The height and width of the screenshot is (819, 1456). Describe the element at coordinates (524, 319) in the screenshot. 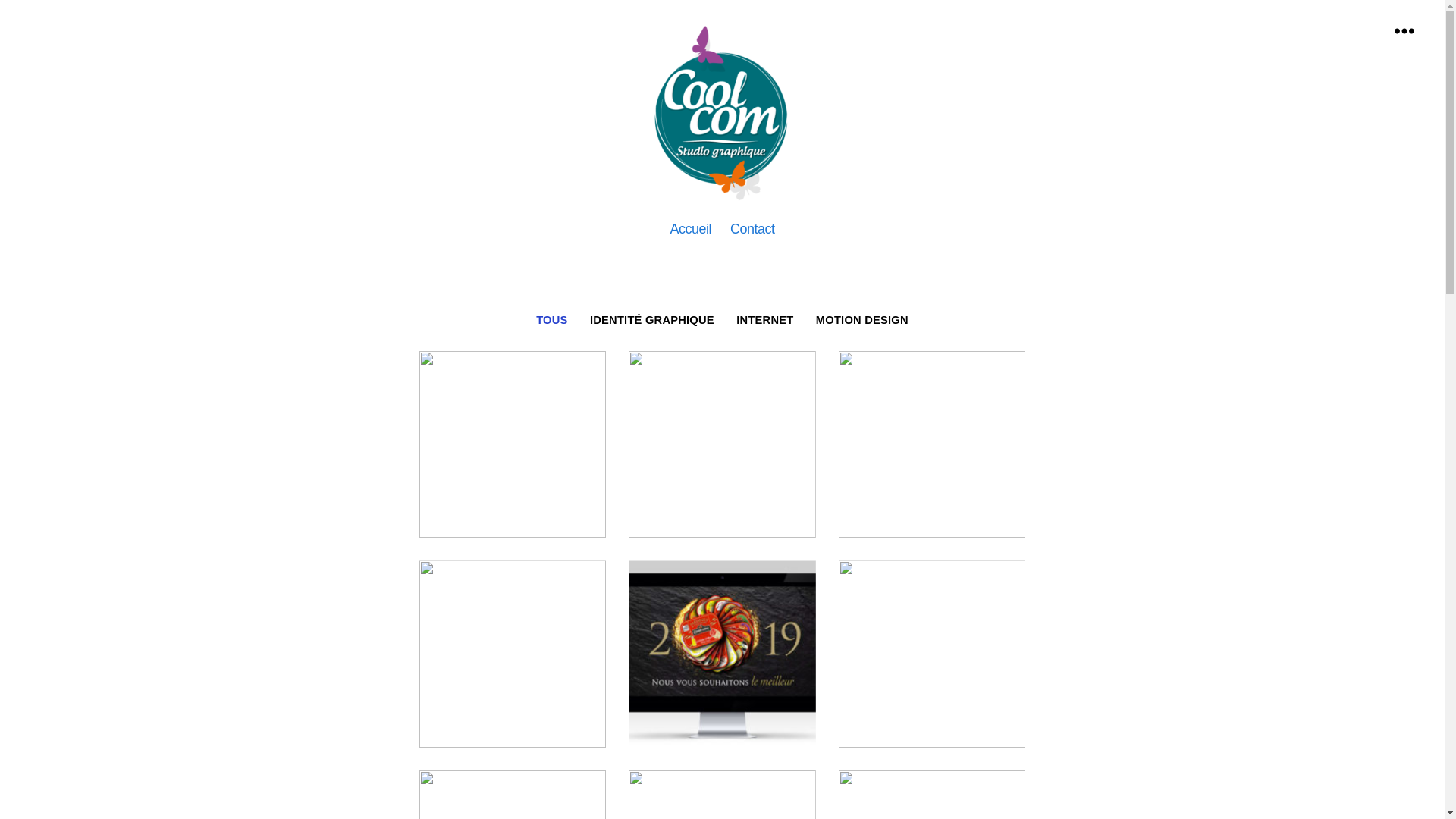

I see `'TOUS'` at that location.